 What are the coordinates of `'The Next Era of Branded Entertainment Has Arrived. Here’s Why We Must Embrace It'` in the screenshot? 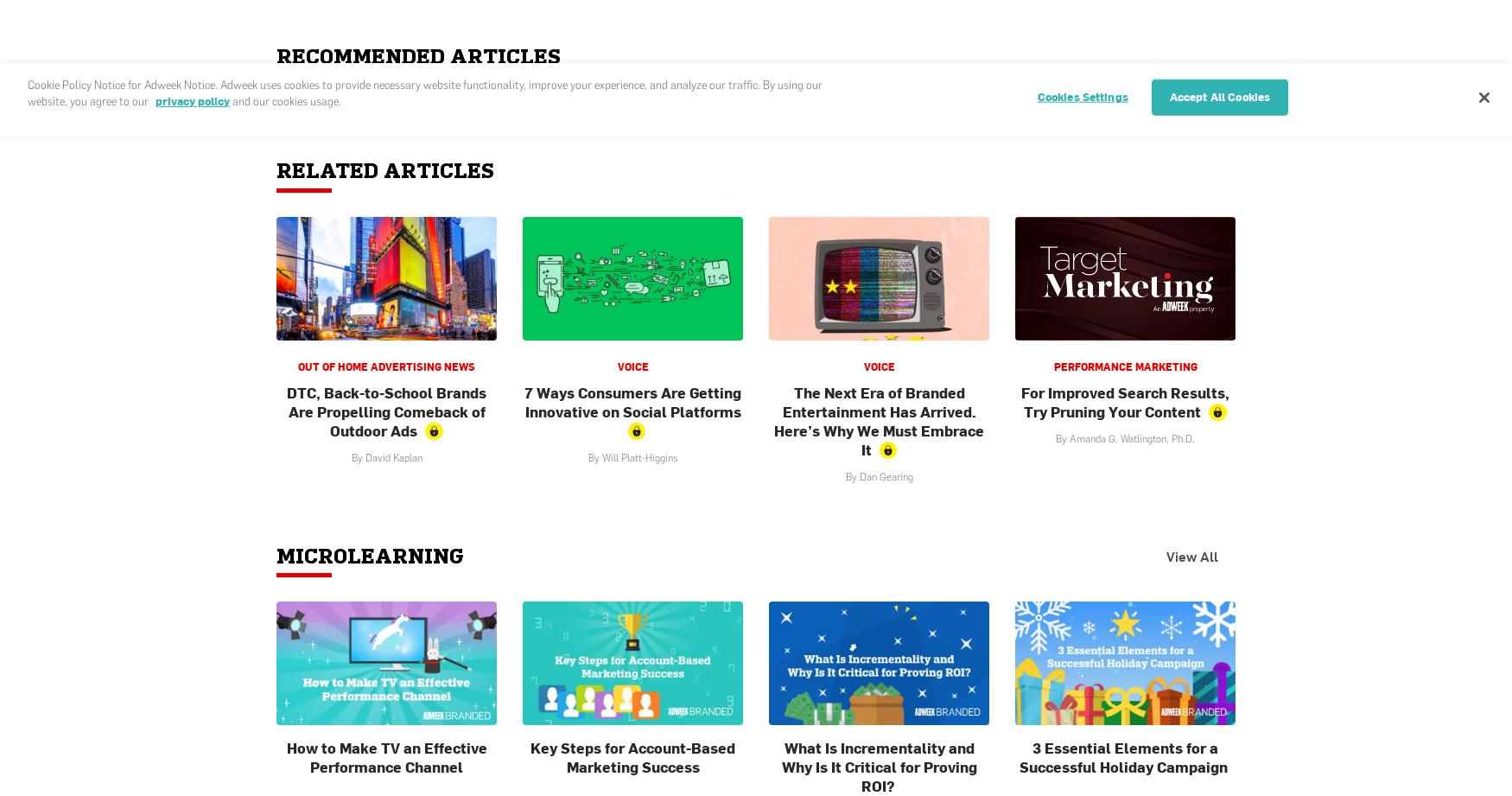 It's located at (878, 419).